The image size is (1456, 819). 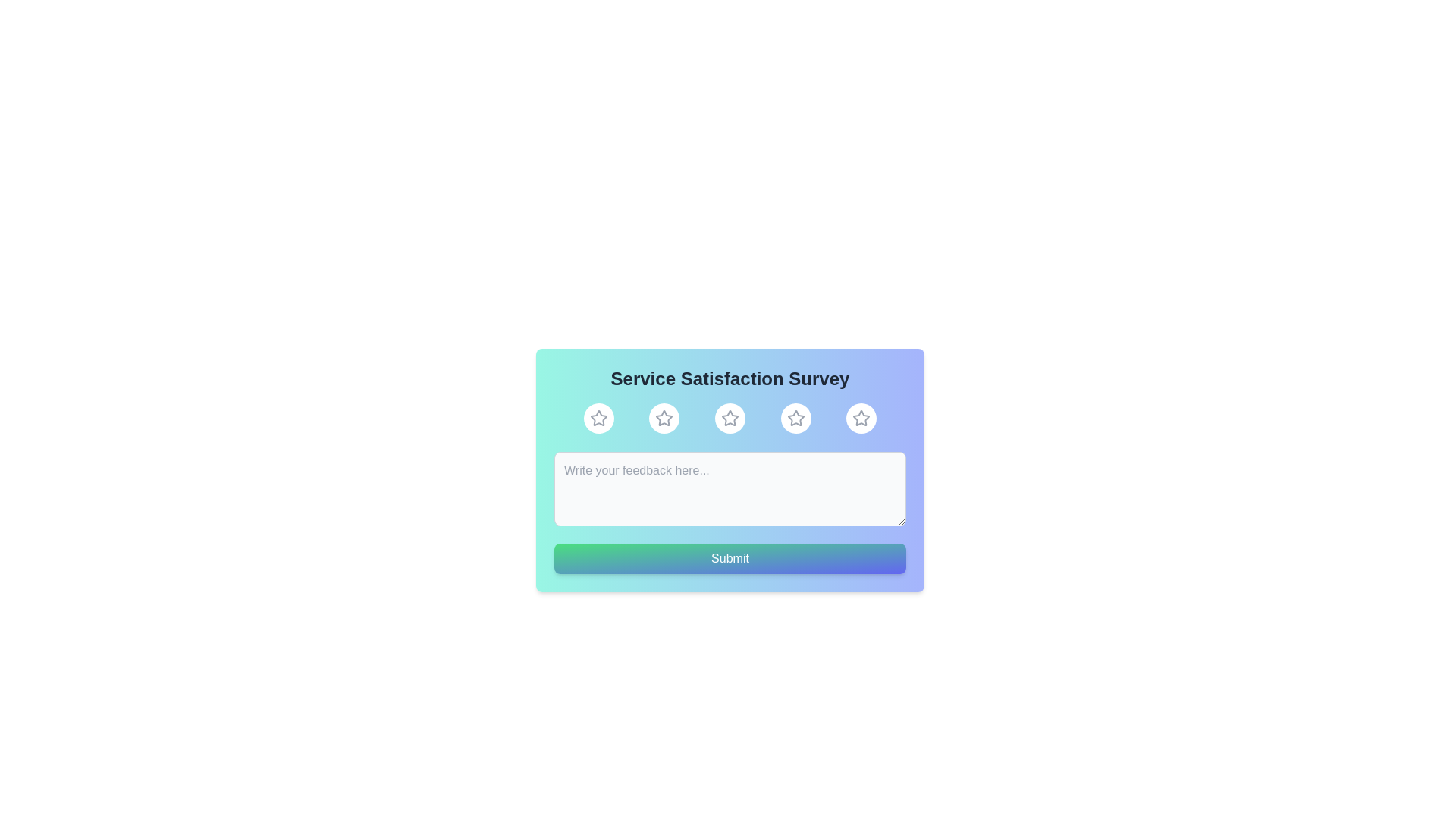 I want to click on the rating to 2 stars by clicking the corresponding star button, so click(x=664, y=418).